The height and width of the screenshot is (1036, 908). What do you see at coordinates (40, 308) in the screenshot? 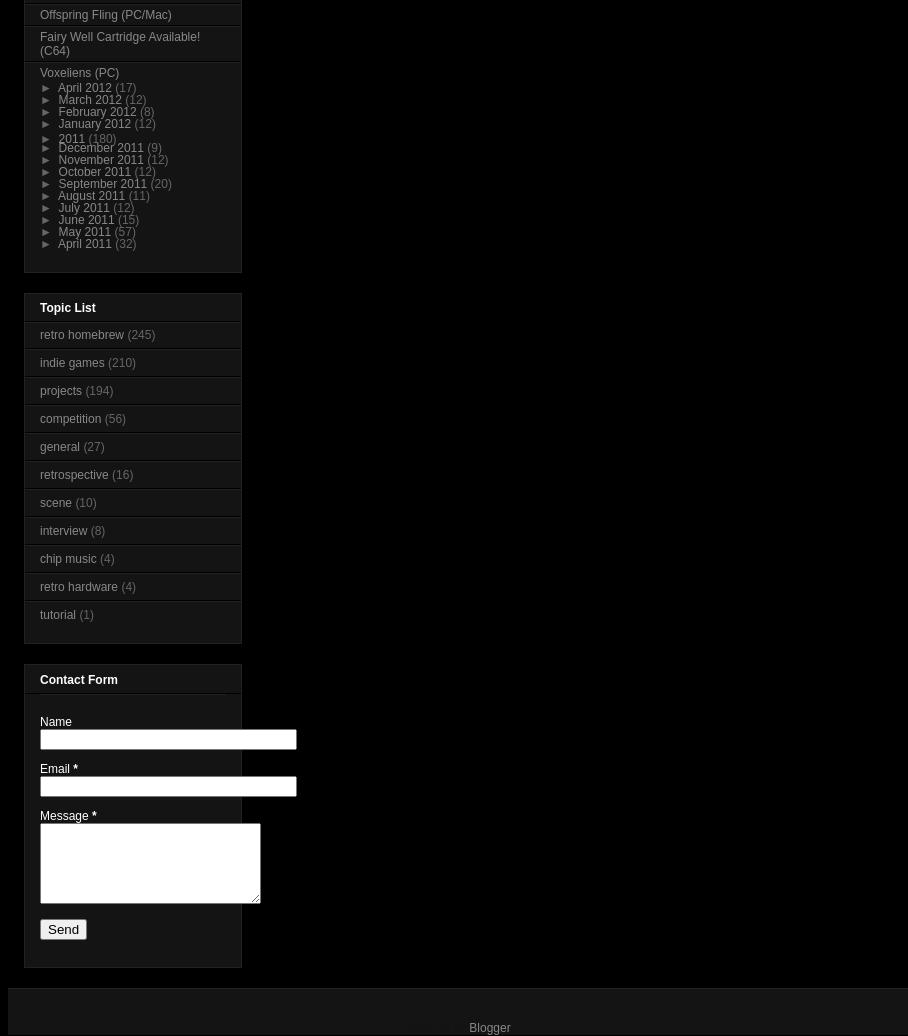
I see `'Topic List'` at bounding box center [40, 308].